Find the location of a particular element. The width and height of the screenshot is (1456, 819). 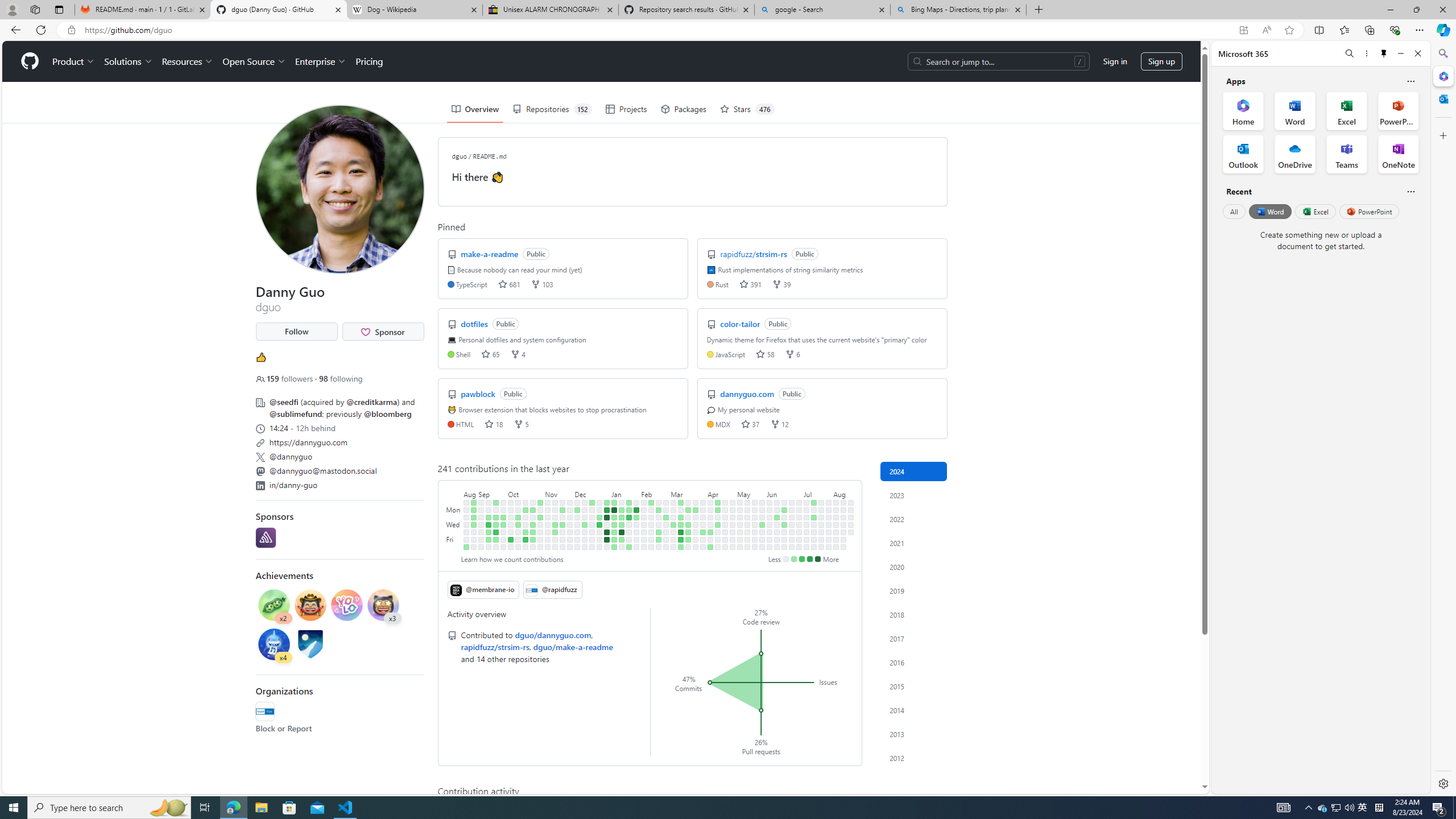

'4 contributions on December 27th.' is located at coordinates (599, 524).